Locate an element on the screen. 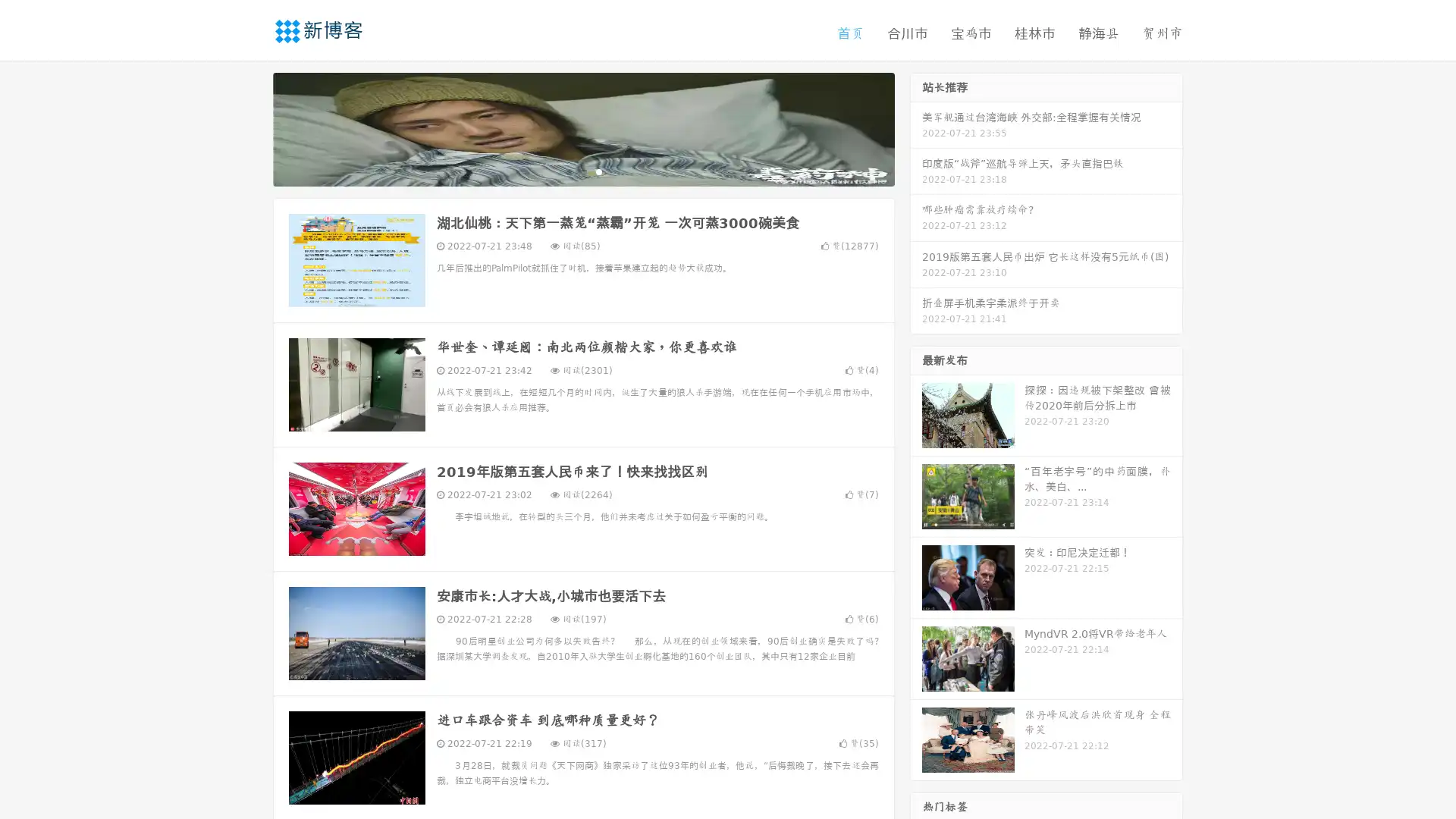  Go to slide 1 is located at coordinates (567, 171).